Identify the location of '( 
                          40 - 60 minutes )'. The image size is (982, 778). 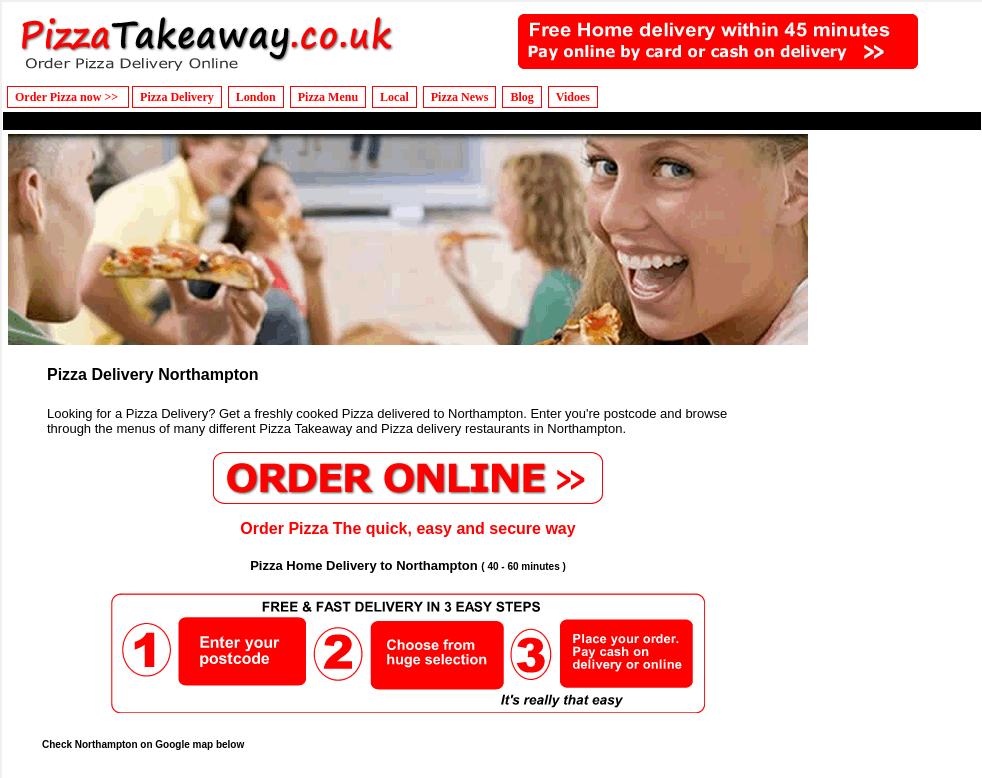
(522, 565).